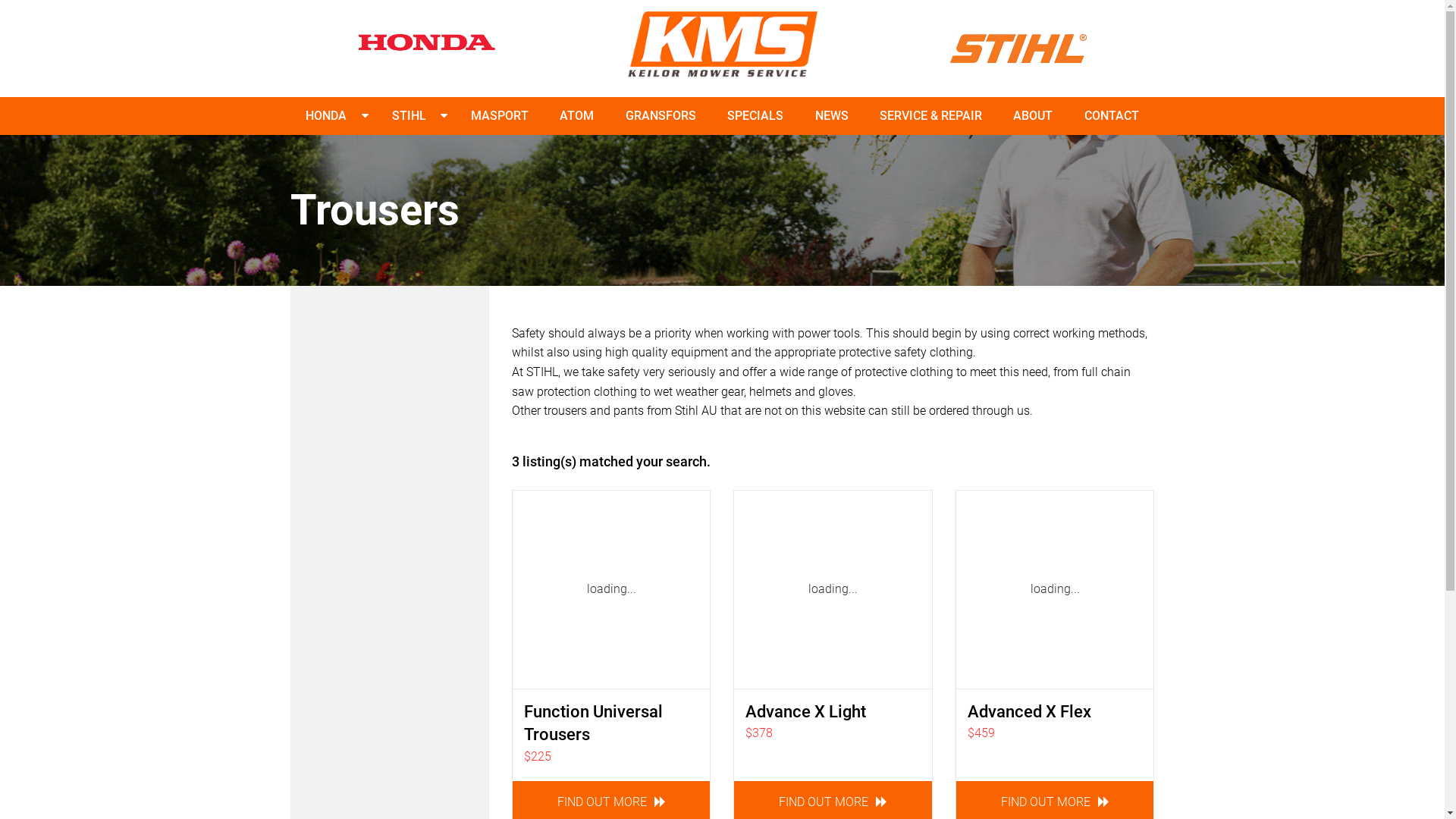 This screenshot has width=1456, height=819. Describe the element at coordinates (1032, 115) in the screenshot. I see `'ABOUT'` at that location.